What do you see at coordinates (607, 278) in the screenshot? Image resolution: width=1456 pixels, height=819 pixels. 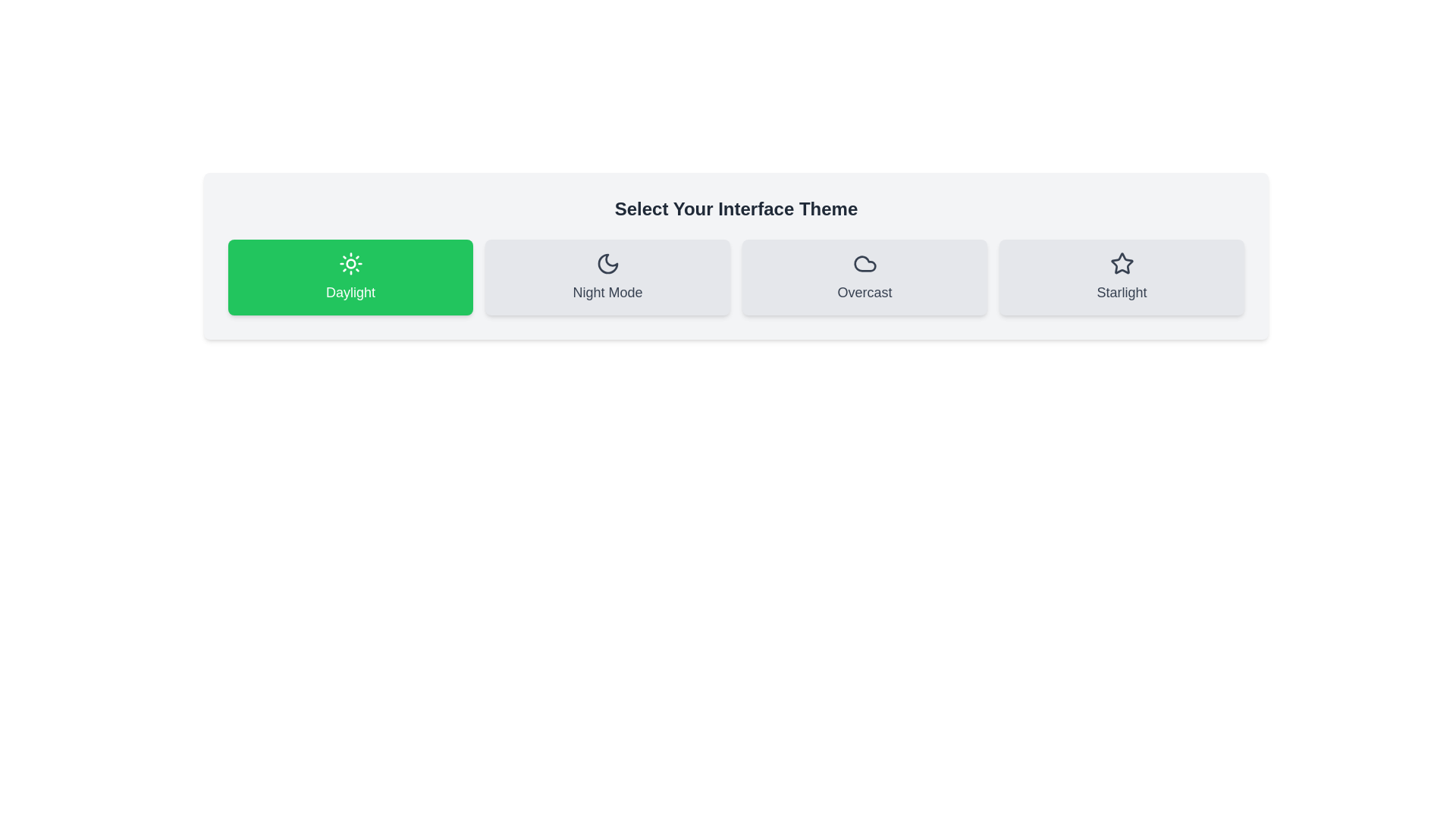 I see `the theme button labeled Night Mode` at bounding box center [607, 278].